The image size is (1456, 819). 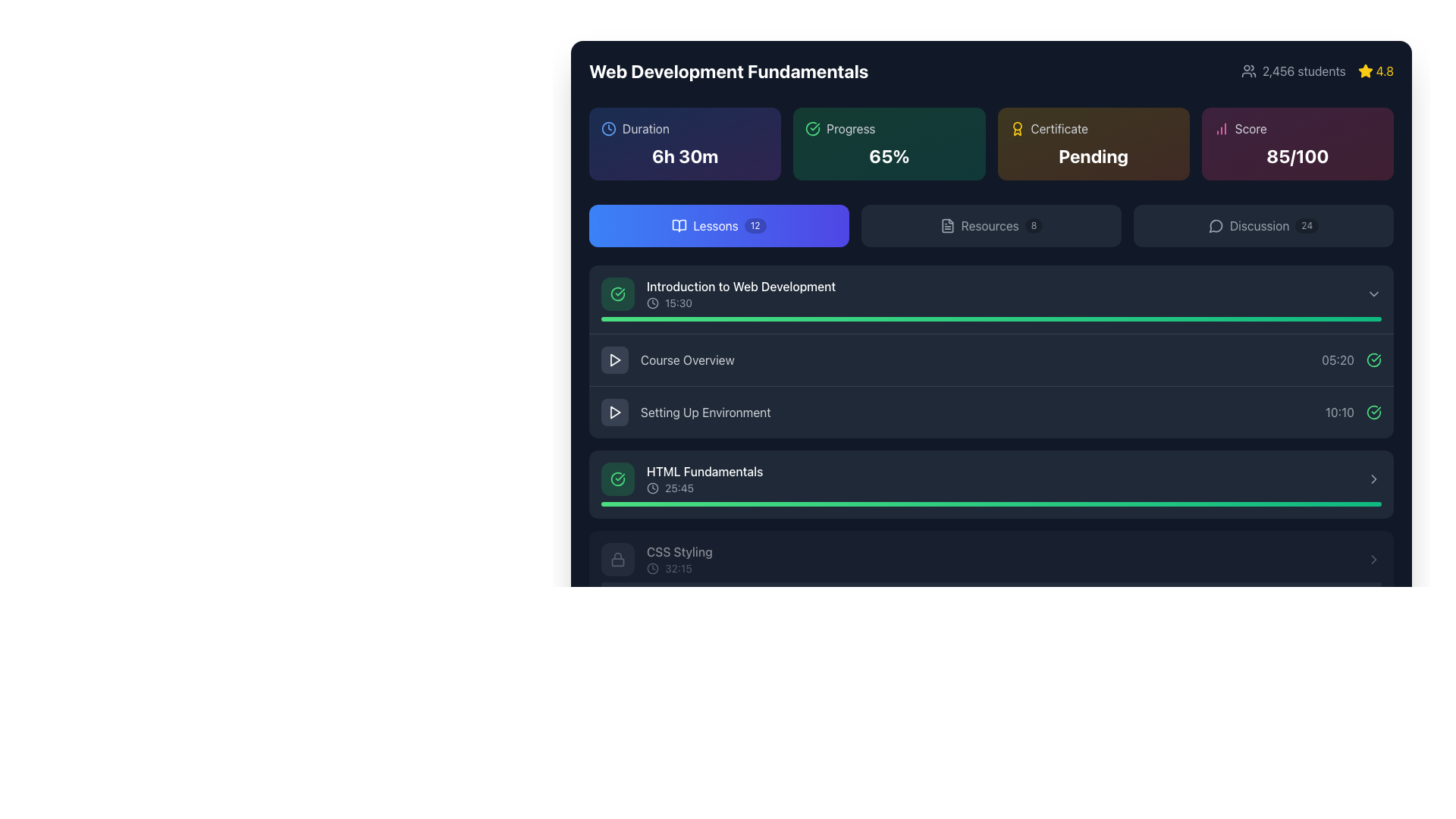 I want to click on the 'Duration' text label, which is a light gray label against a dark background, located in the upper-left section of the interface, so click(x=645, y=127).